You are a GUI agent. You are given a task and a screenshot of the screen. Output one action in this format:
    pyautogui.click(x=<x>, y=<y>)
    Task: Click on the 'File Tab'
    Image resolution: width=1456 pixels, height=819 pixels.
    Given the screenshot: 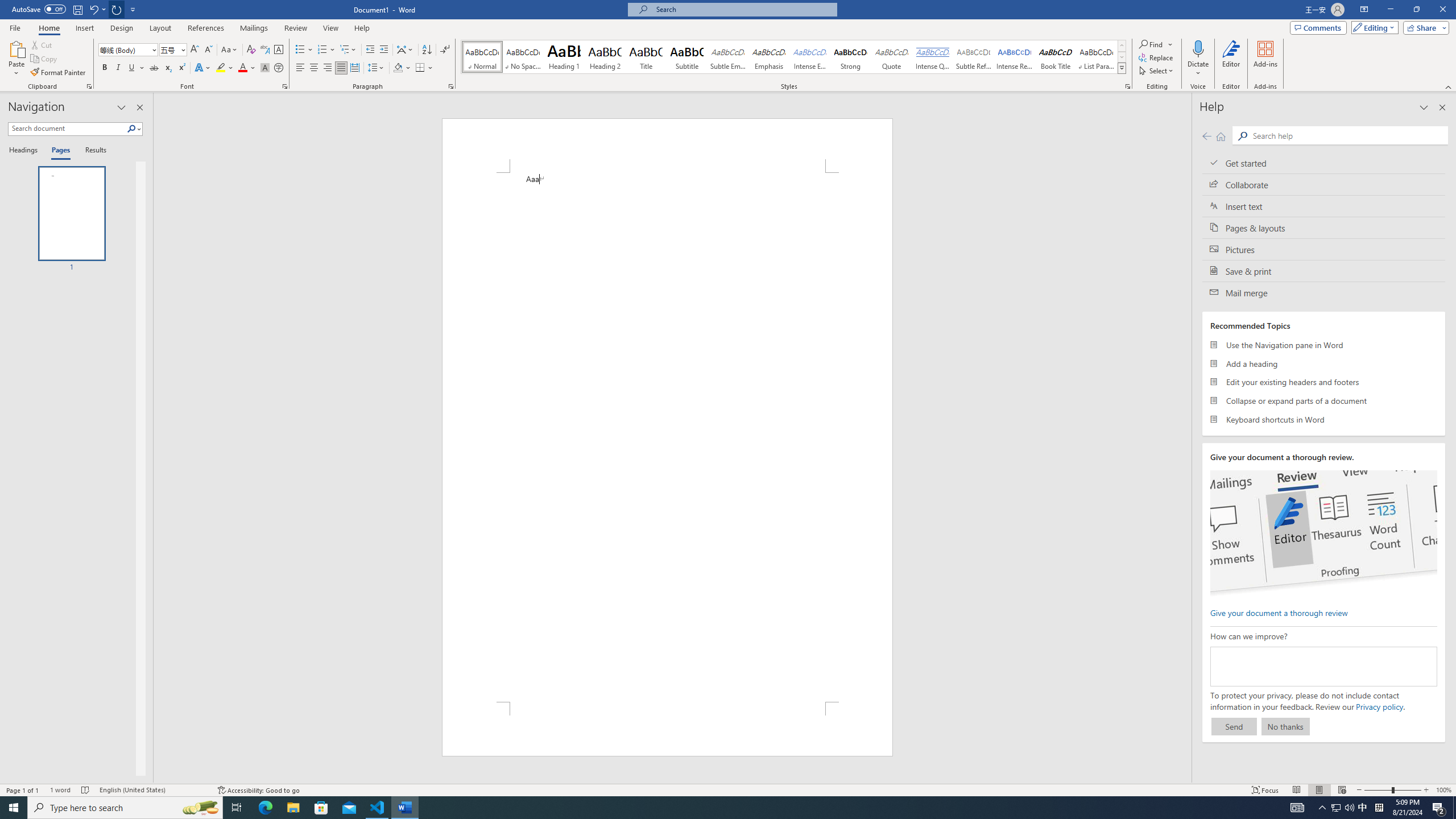 What is the action you would take?
    pyautogui.click(x=14, y=27)
    